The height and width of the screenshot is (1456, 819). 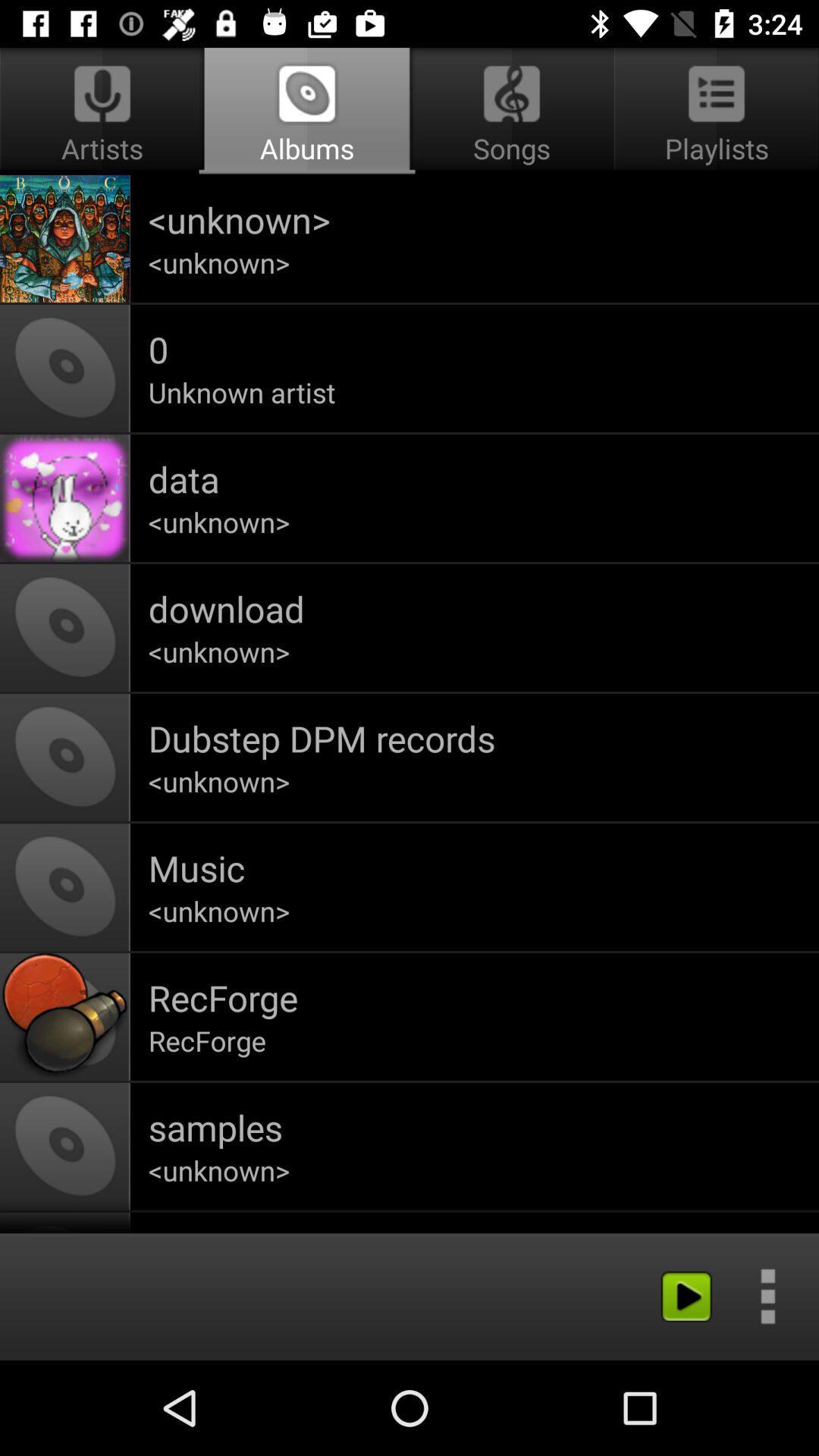 I want to click on the more icon, so click(x=767, y=1295).